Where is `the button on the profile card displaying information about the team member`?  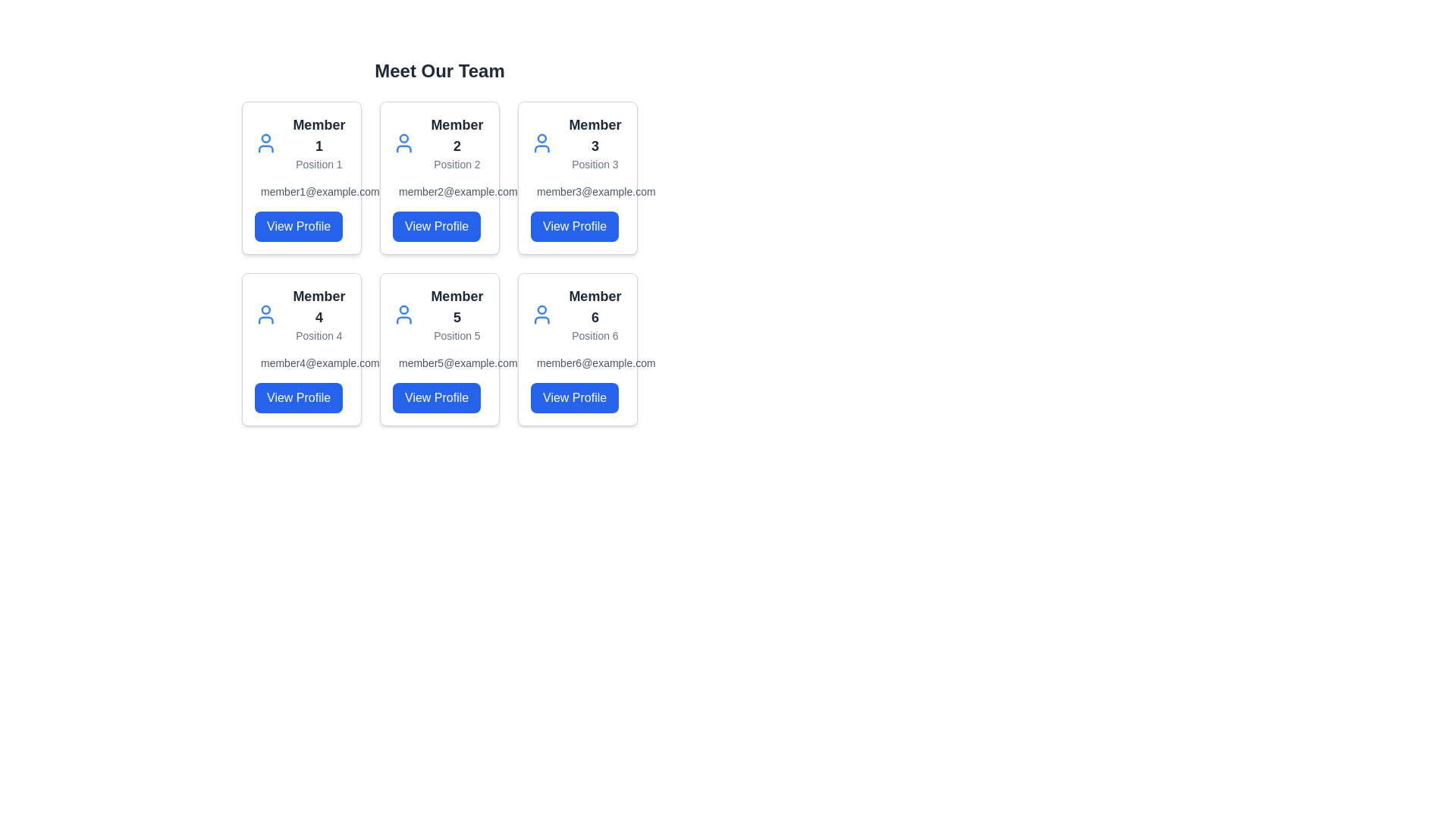
the button on the profile card displaying information about the team member is located at coordinates (302, 350).